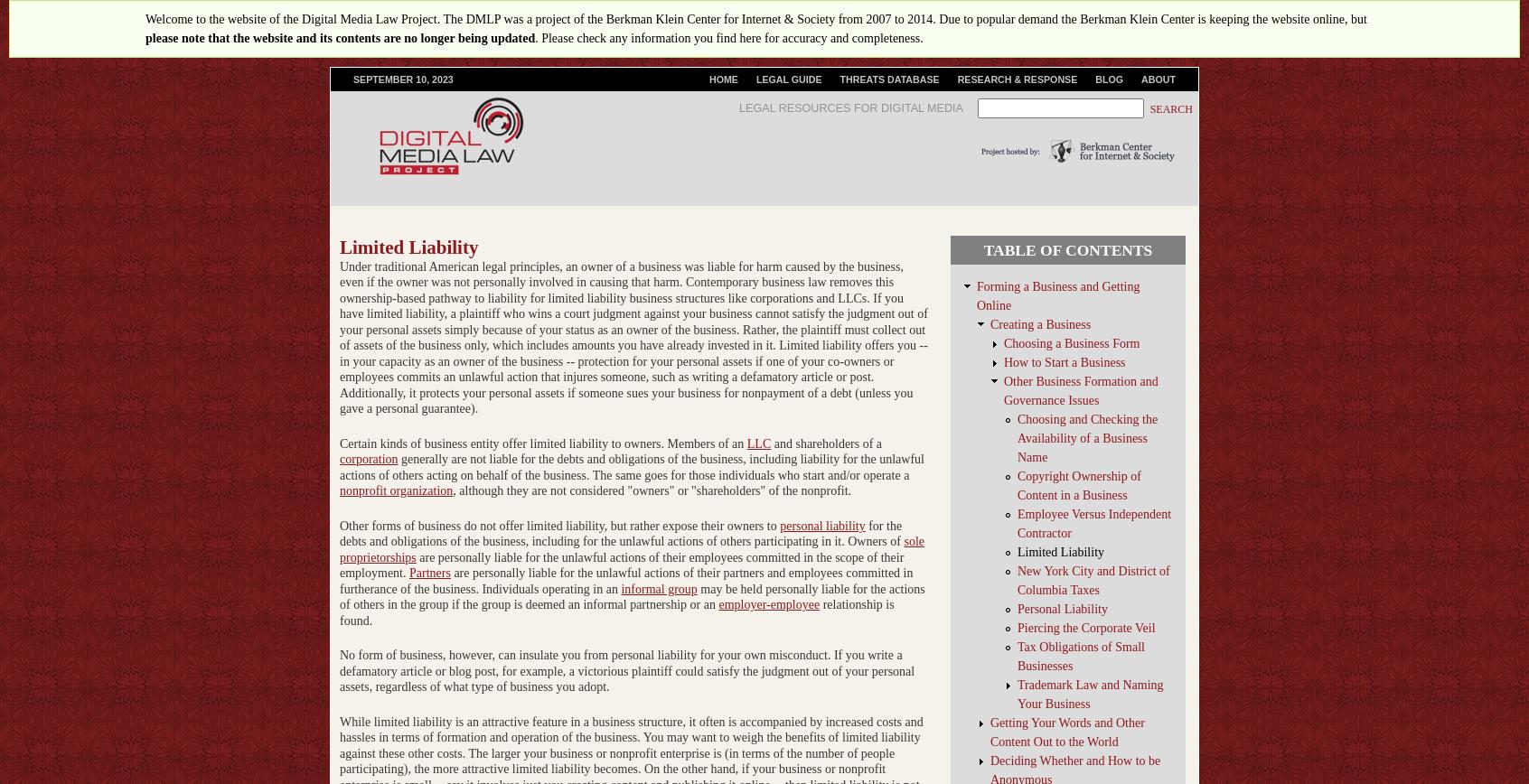 This screenshot has height=784, width=1529. Describe the element at coordinates (1018, 485) in the screenshot. I see `'Copyright Ownership of Content in a Business'` at that location.